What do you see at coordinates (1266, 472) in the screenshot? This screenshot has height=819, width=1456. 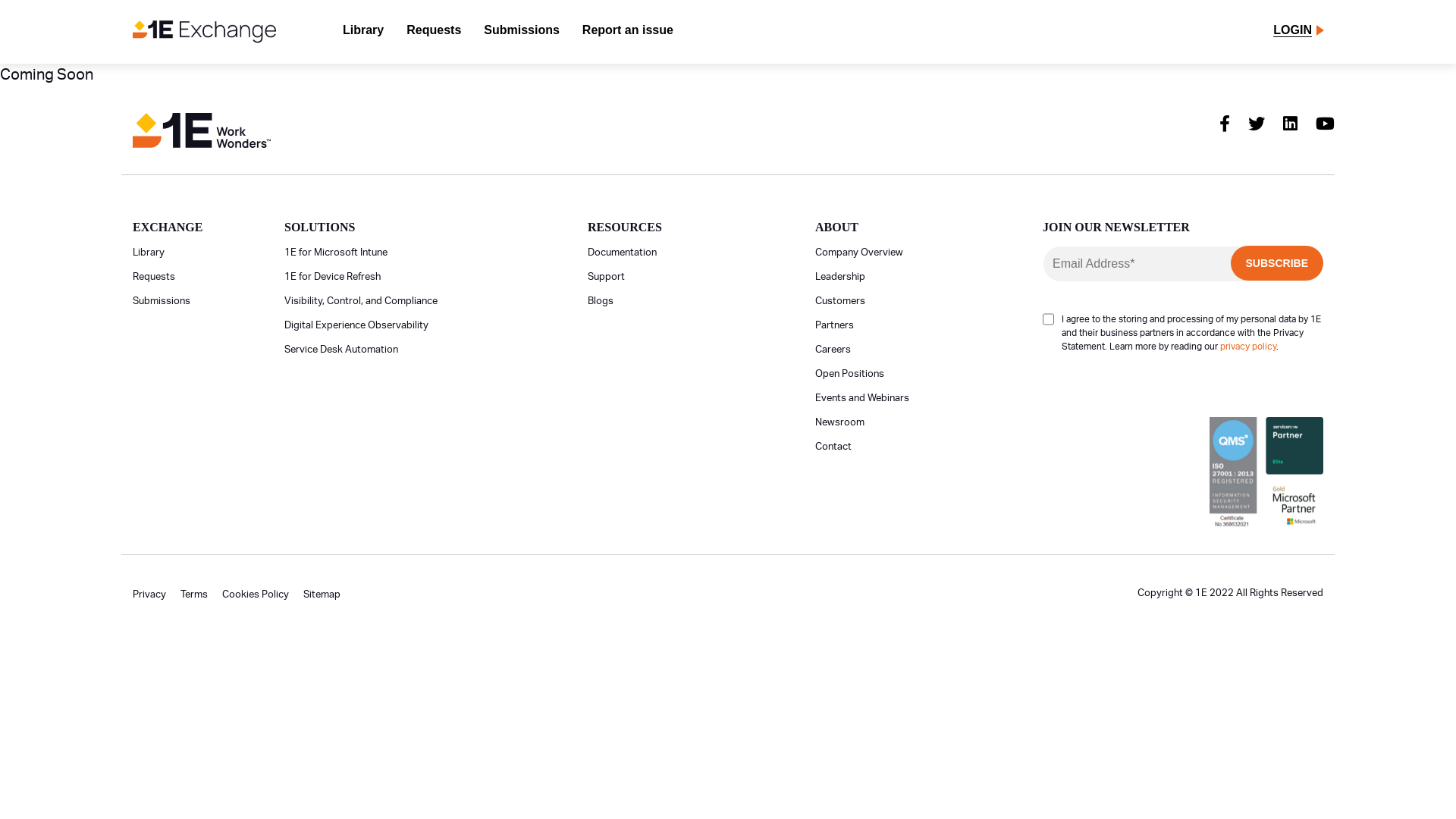 I see `'footer-seals'` at bounding box center [1266, 472].